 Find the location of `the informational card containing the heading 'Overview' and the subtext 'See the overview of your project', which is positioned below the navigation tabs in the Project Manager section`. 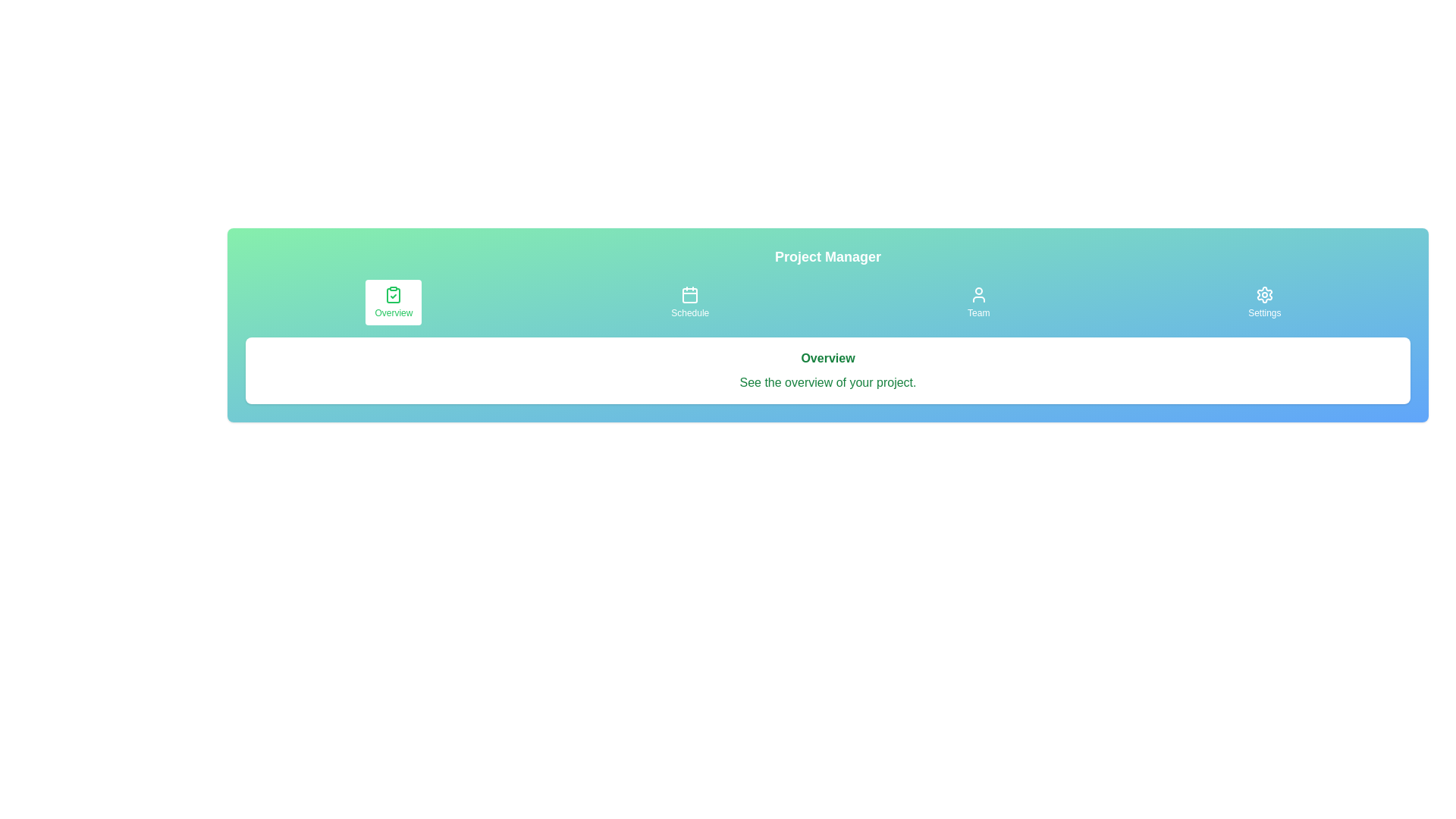

the informational card containing the heading 'Overview' and the subtext 'See the overview of your project', which is positioned below the navigation tabs in the Project Manager section is located at coordinates (827, 371).